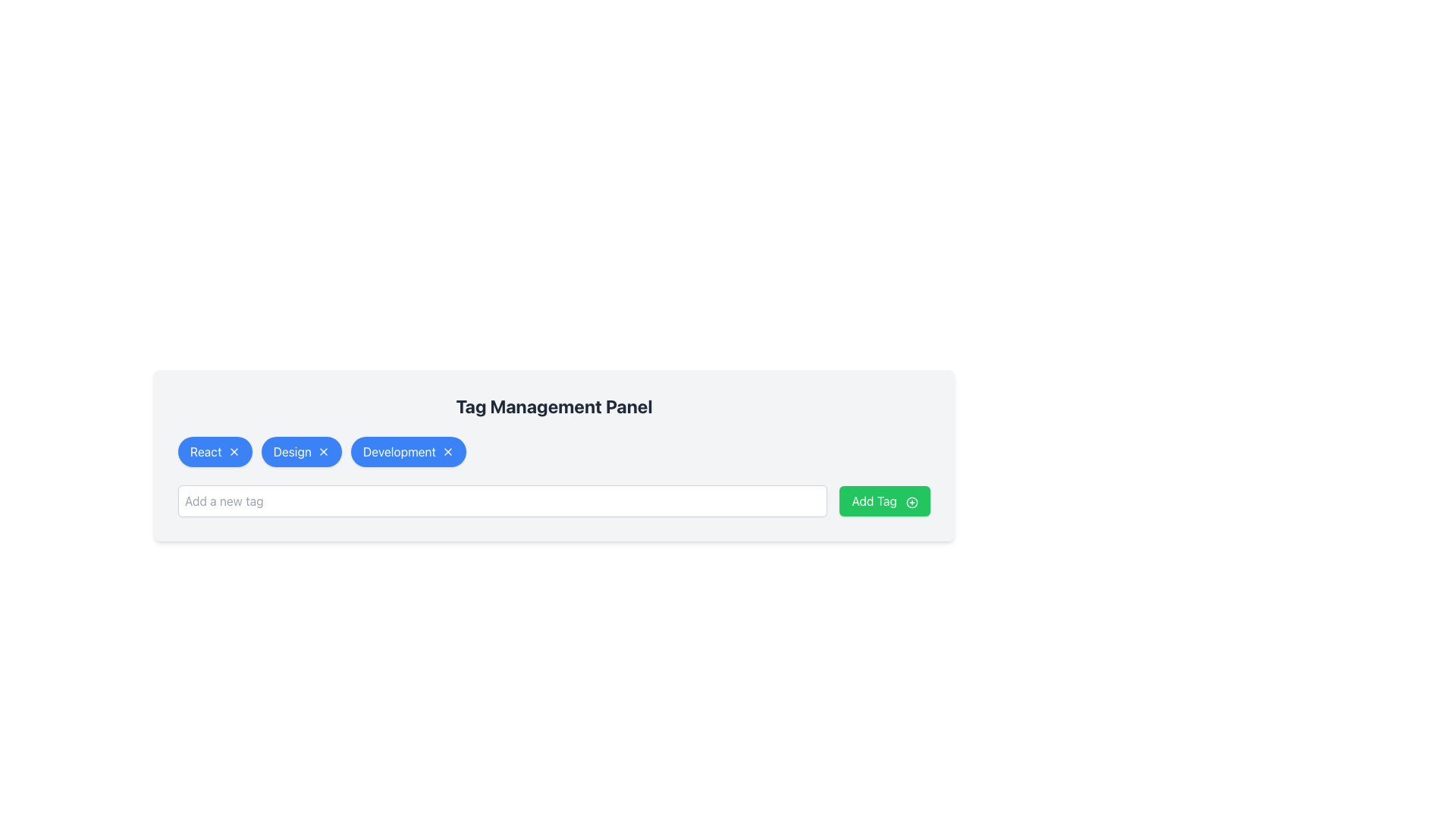 This screenshot has width=1456, height=819. Describe the element at coordinates (322, 451) in the screenshot. I see `the Icon button resembling a close or cancel icon with a white 'X' inside a blue circular background, located to the right of the text 'Design' within a tag component` at that location.